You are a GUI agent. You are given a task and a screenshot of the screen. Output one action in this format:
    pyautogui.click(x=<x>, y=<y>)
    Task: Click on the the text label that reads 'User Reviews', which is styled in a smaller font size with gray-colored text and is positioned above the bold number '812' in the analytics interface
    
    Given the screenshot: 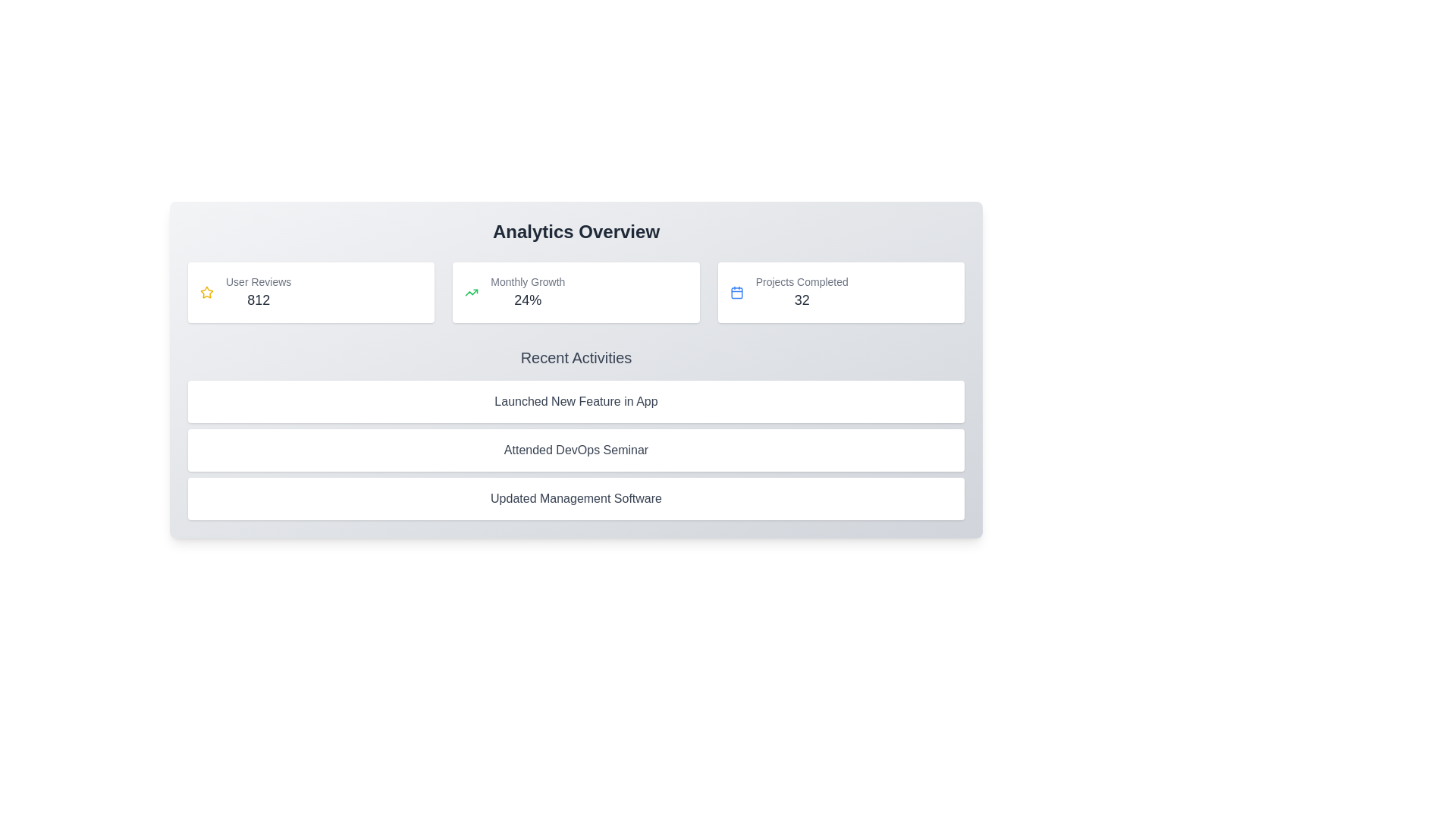 What is the action you would take?
    pyautogui.click(x=259, y=281)
    